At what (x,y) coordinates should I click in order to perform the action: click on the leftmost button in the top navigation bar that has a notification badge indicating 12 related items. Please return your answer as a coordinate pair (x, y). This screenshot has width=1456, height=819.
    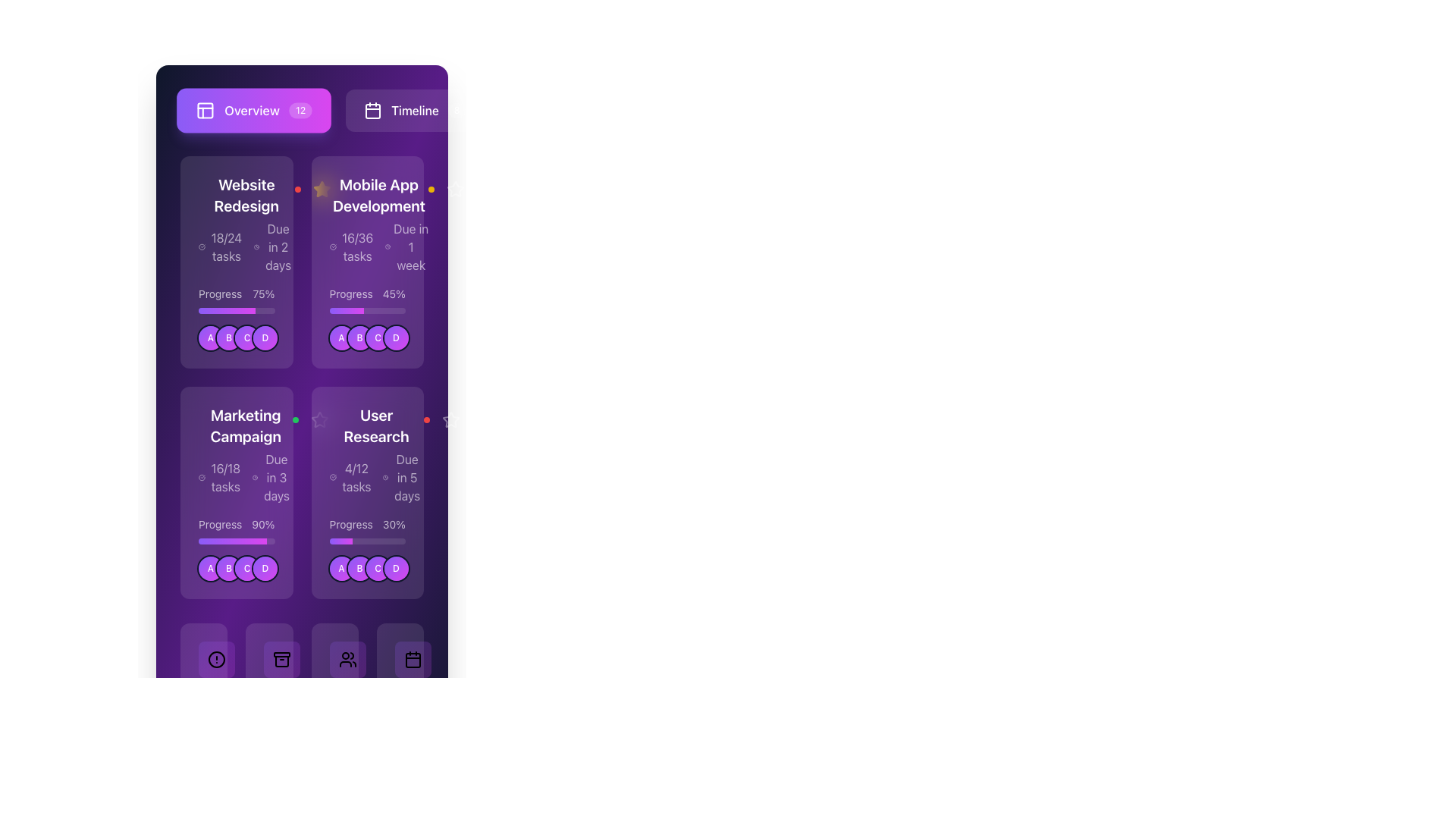
    Looking at the image, I should click on (302, 110).